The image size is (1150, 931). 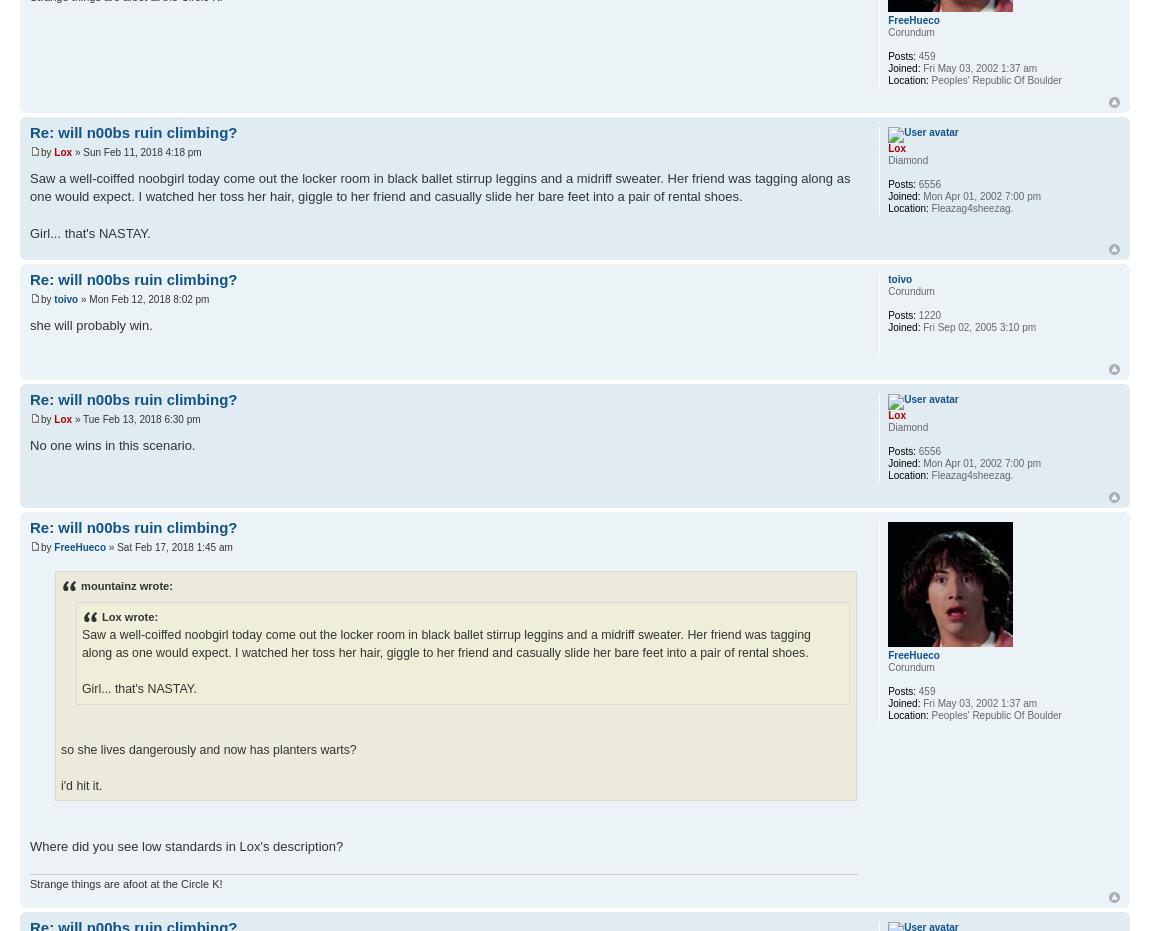 What do you see at coordinates (207, 748) in the screenshot?
I see `'so she lives dangerously and now has planters warts?'` at bounding box center [207, 748].